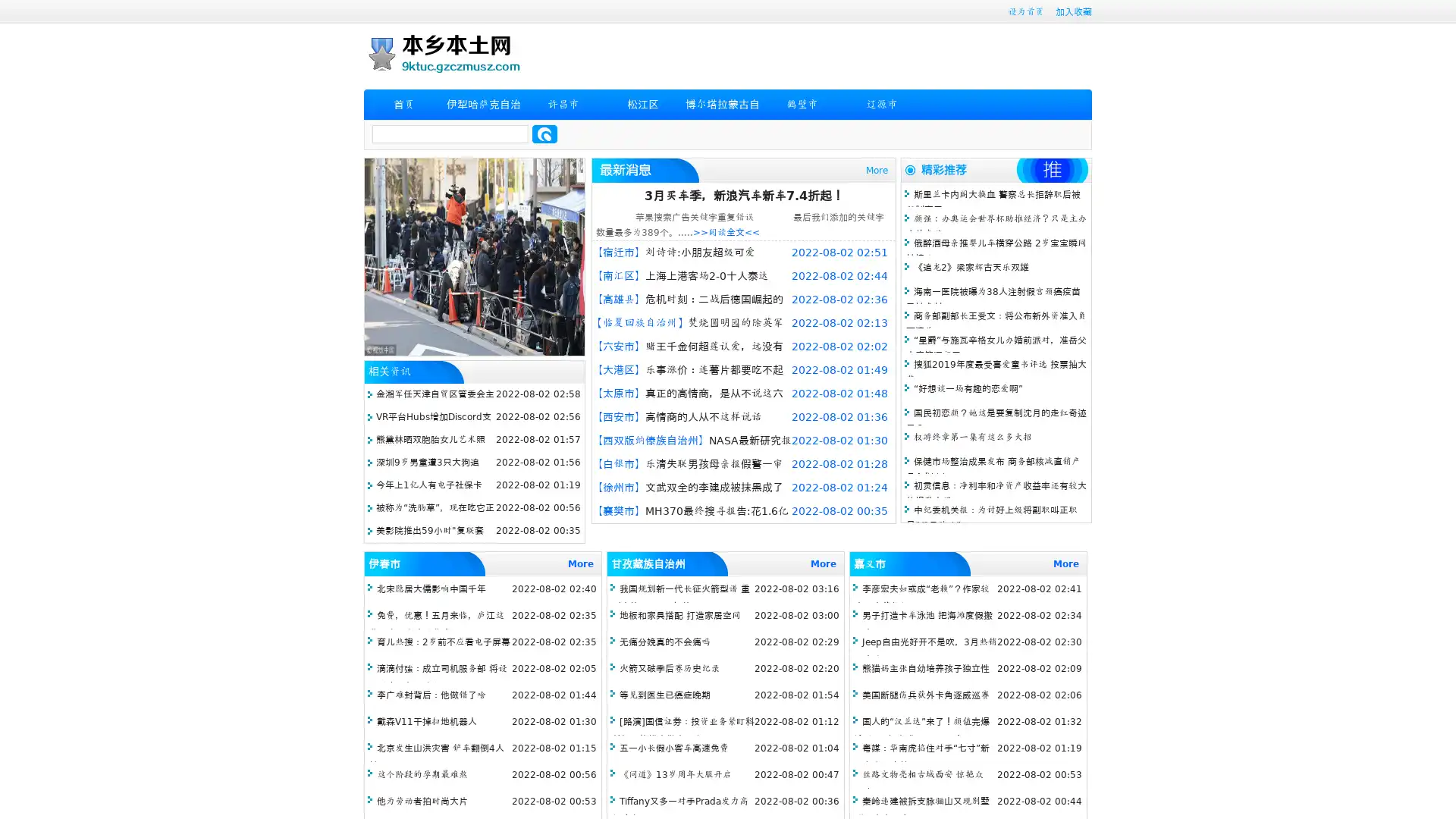 Image resolution: width=1456 pixels, height=819 pixels. I want to click on Search, so click(544, 133).